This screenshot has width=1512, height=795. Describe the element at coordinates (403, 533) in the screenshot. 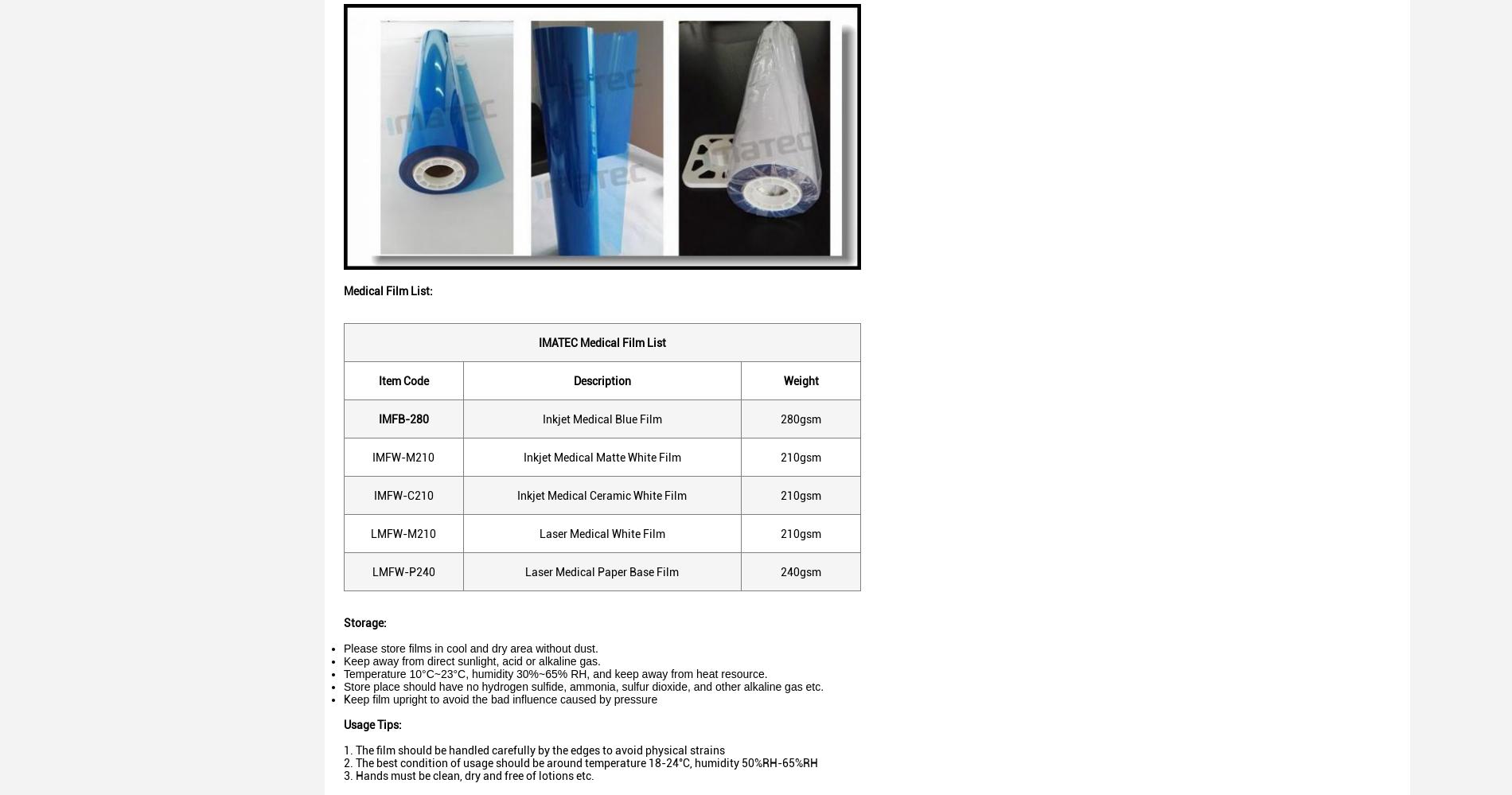

I see `'LMFW-M210'` at that location.